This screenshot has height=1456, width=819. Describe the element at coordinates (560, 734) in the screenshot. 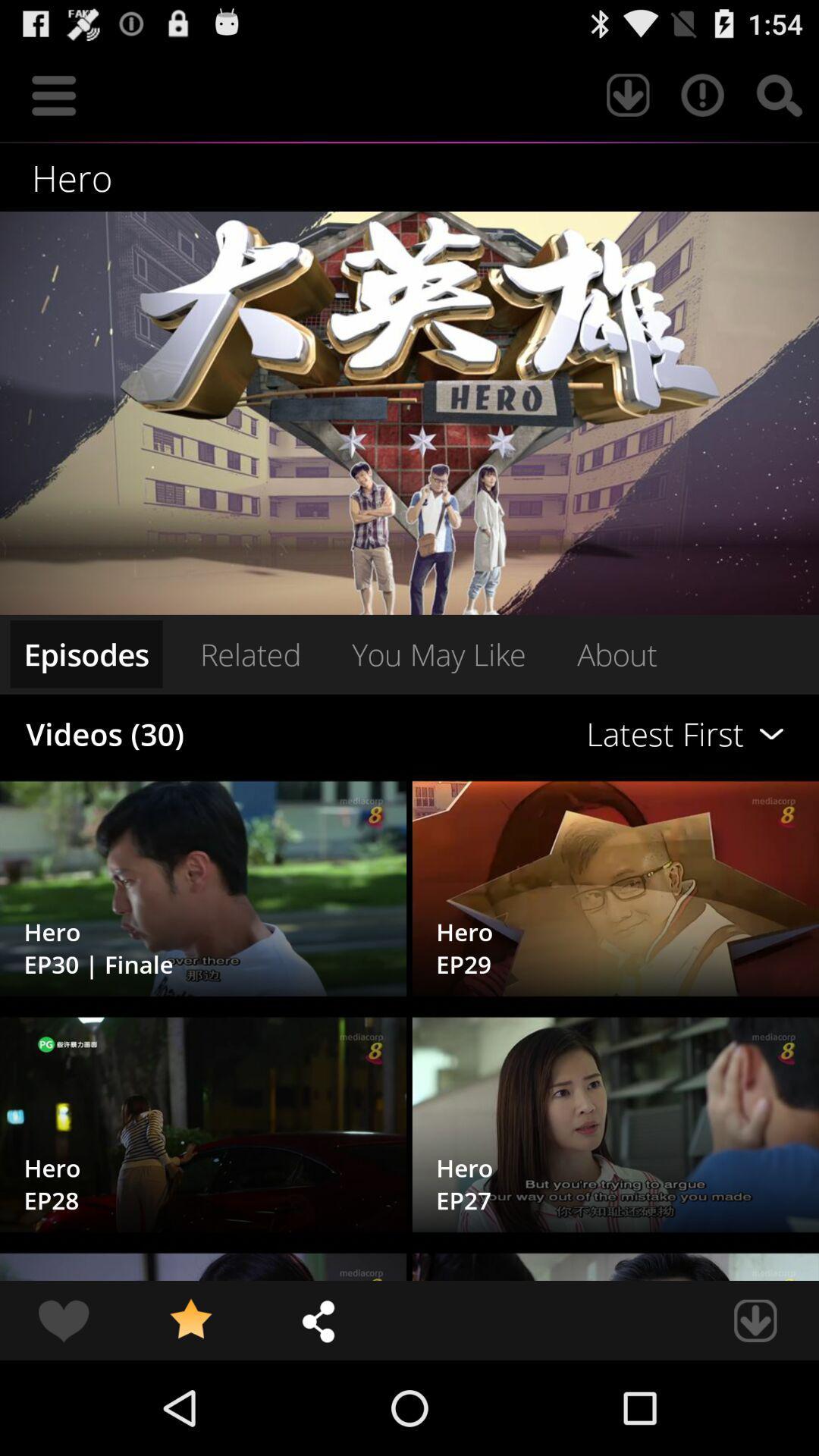

I see `the item to the right of related` at that location.